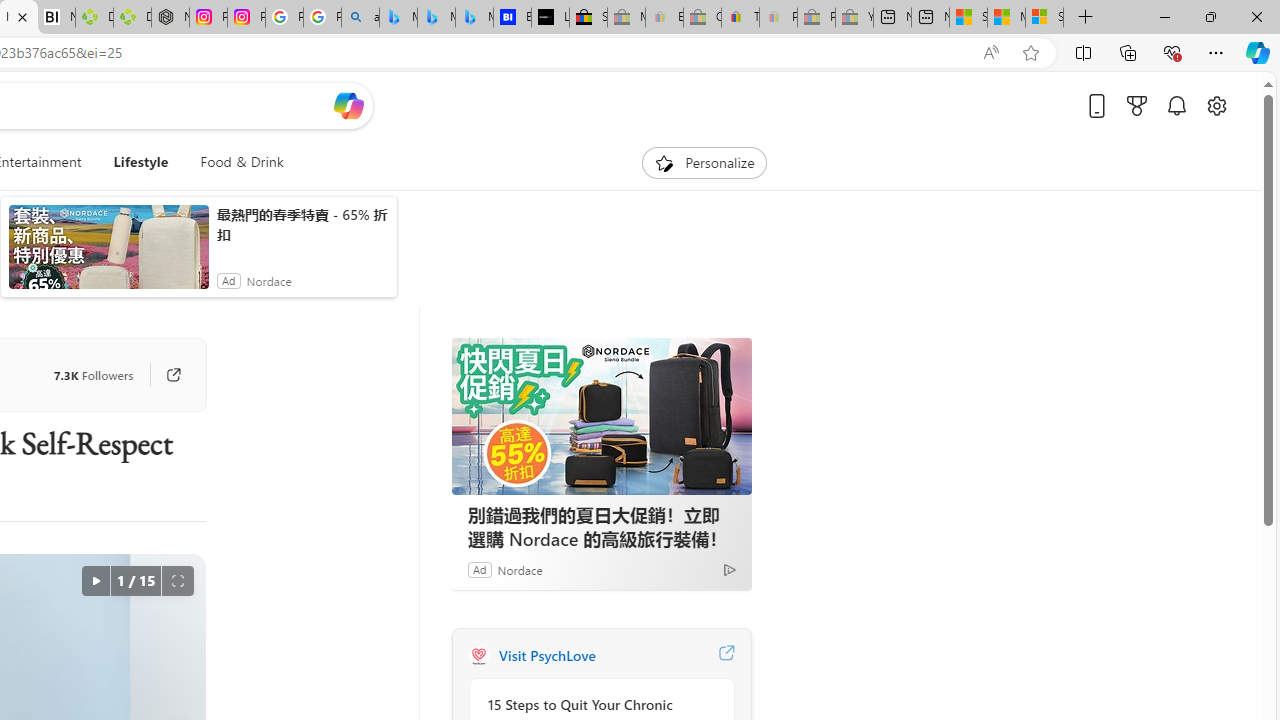 This screenshot has height=720, width=1280. I want to click on 'Press Room - eBay Inc. - Sleeping', so click(816, 17).